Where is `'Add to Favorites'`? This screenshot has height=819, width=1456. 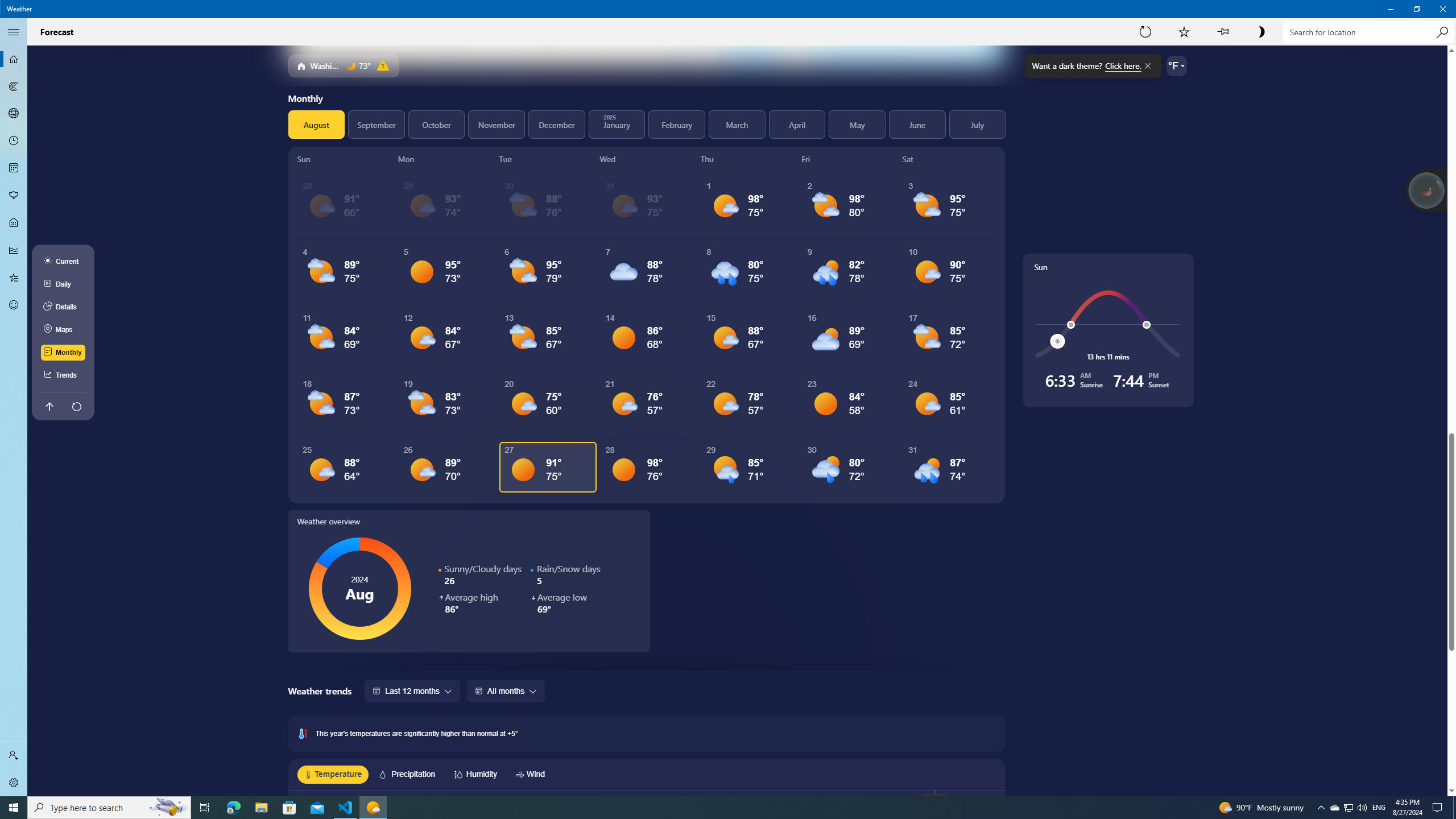 'Add to Favorites' is located at coordinates (1184, 31).